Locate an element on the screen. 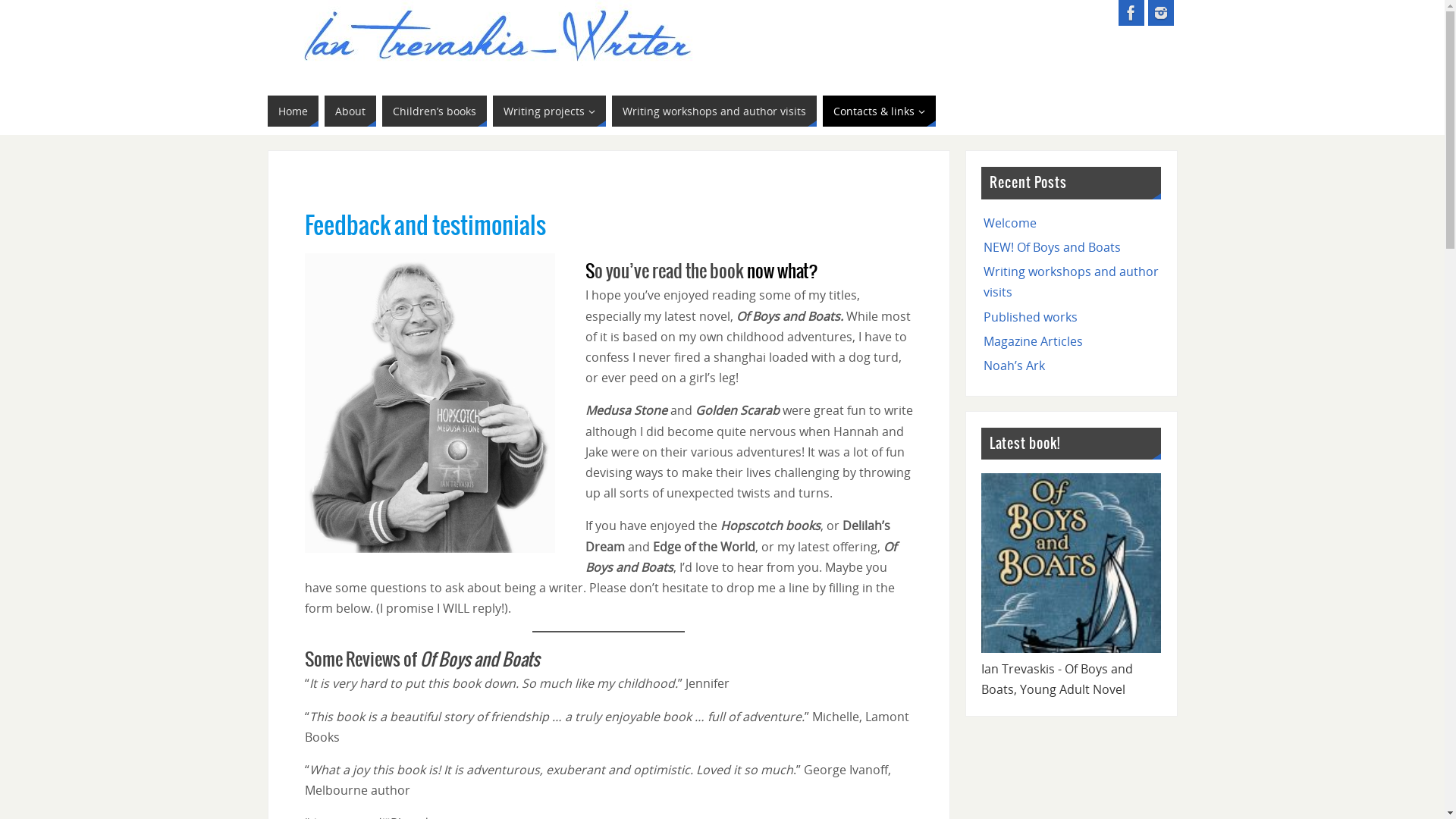 This screenshot has width=1456, height=819. 'About' is located at coordinates (349, 110).